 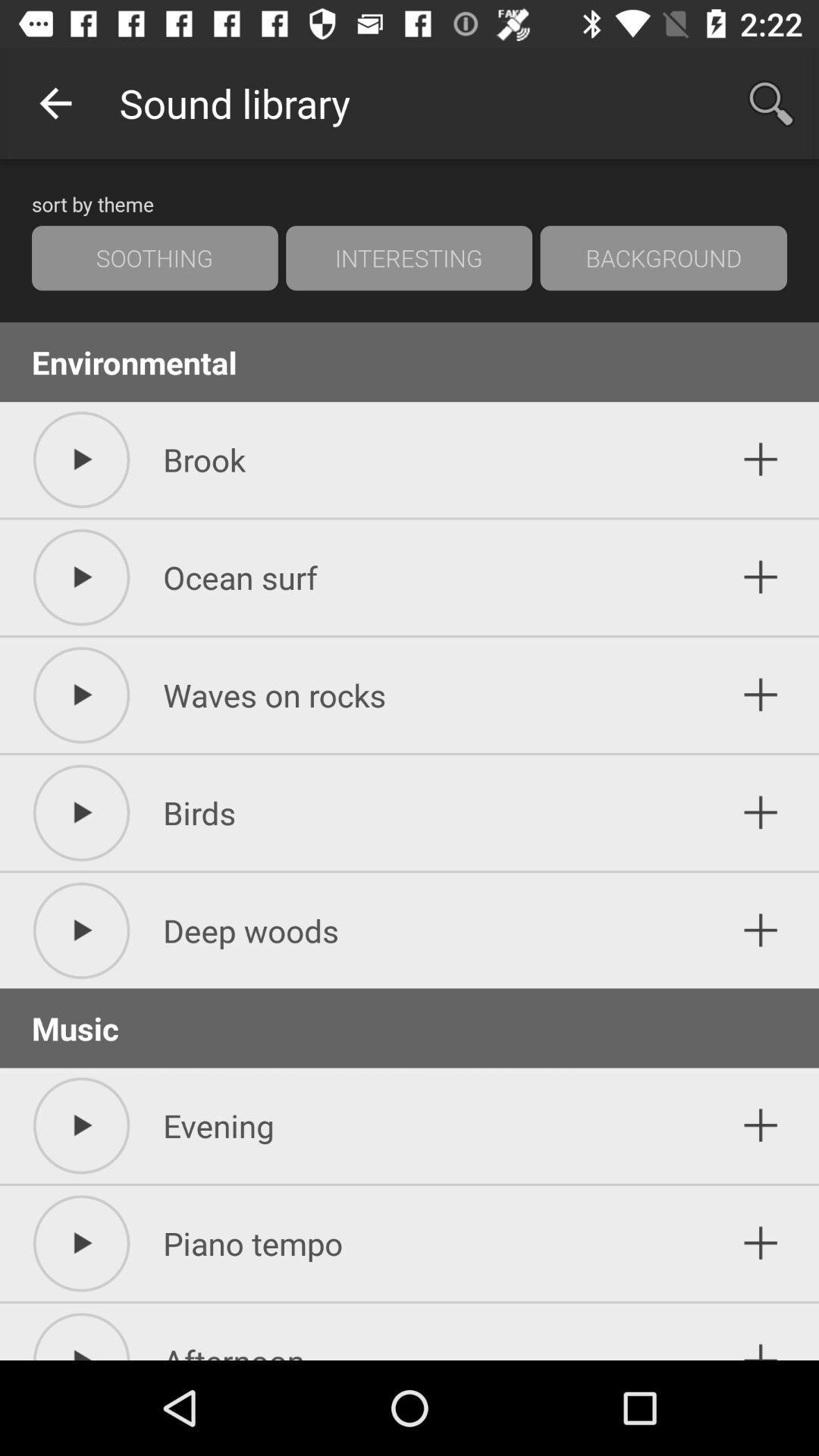 What do you see at coordinates (761, 930) in the screenshot?
I see `song to playlist` at bounding box center [761, 930].